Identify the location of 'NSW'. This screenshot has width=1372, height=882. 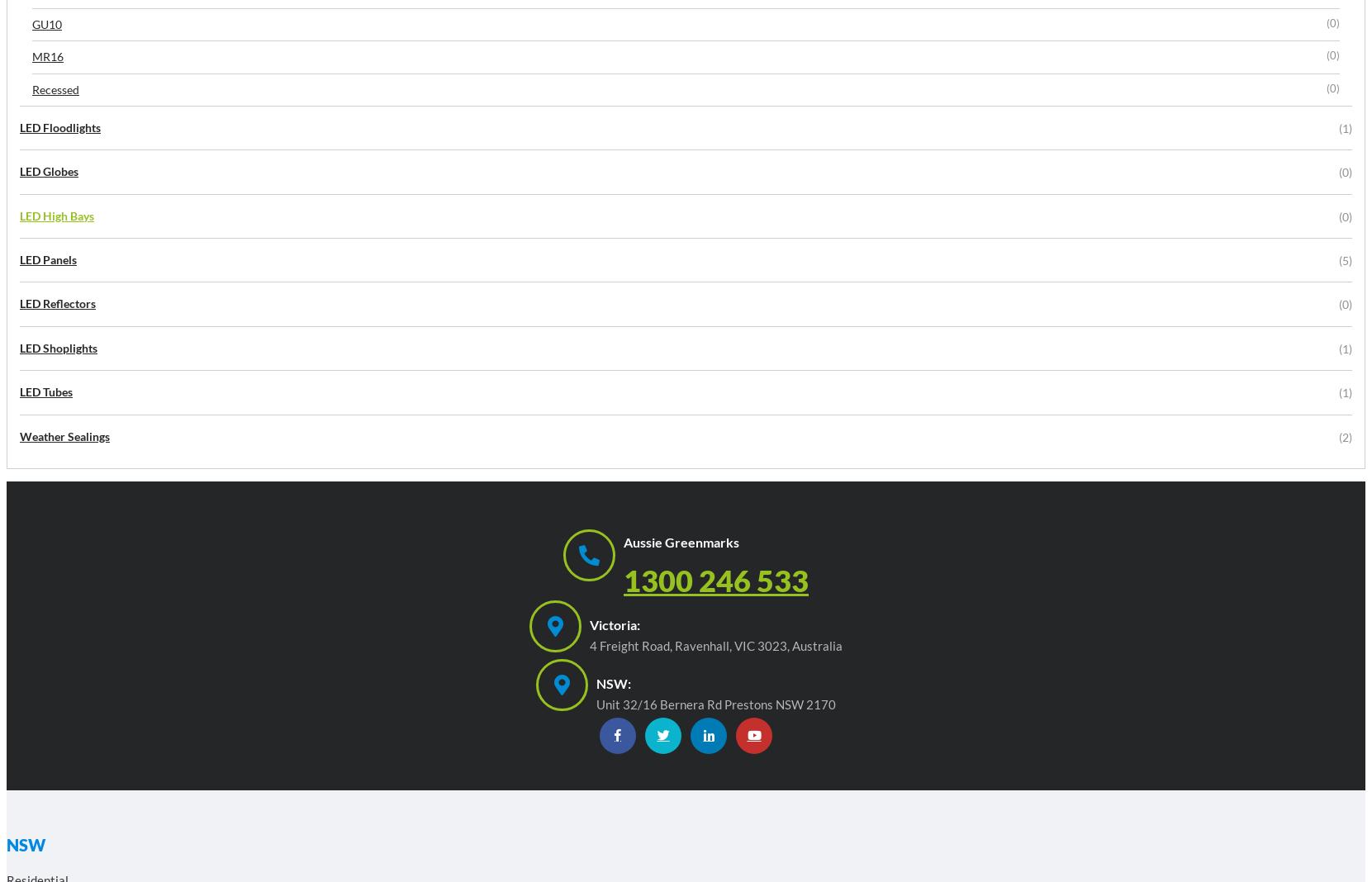
(5, 843).